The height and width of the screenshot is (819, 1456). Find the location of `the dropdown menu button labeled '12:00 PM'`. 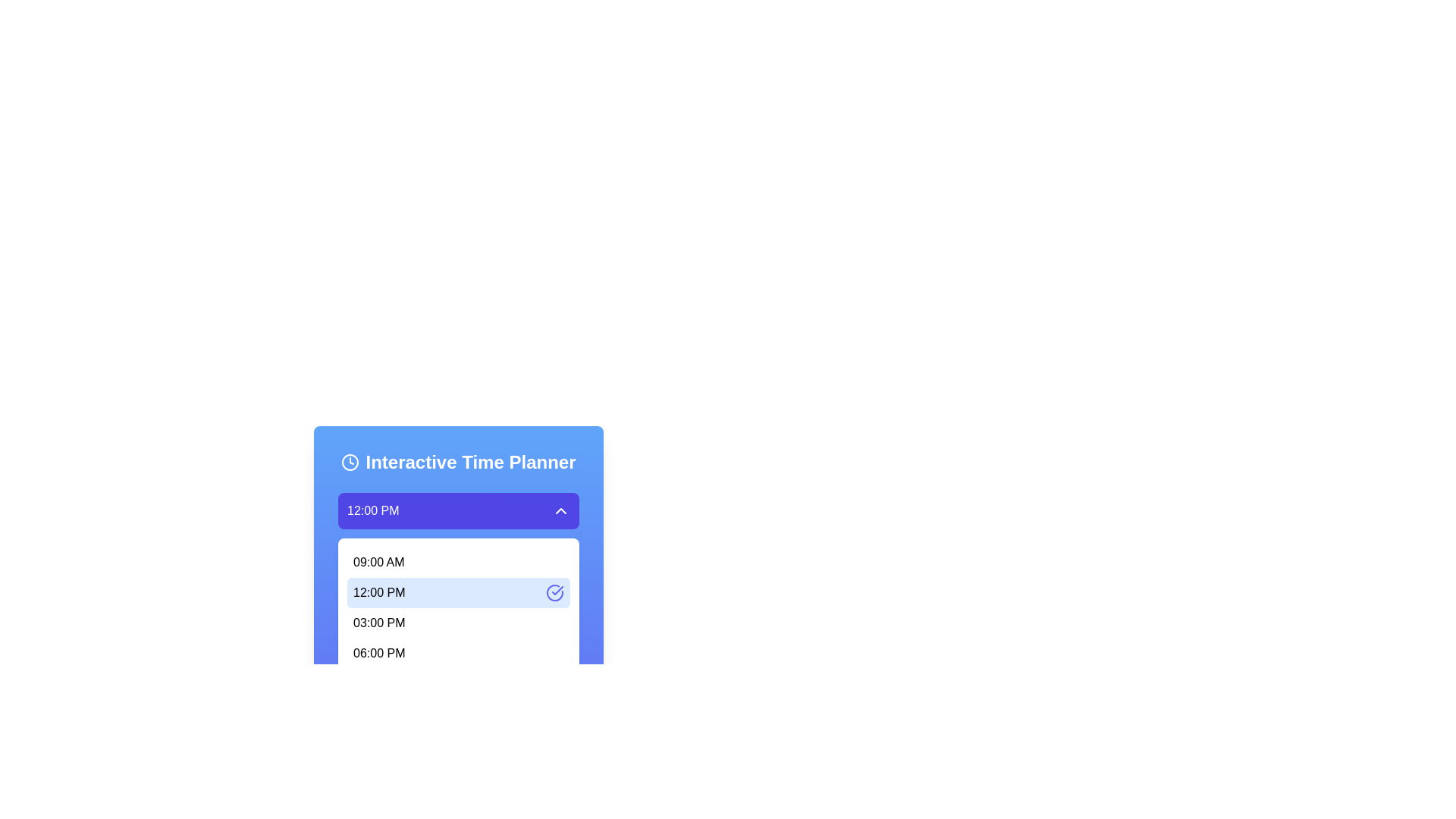

the dropdown menu button labeled '12:00 PM' is located at coordinates (457, 511).